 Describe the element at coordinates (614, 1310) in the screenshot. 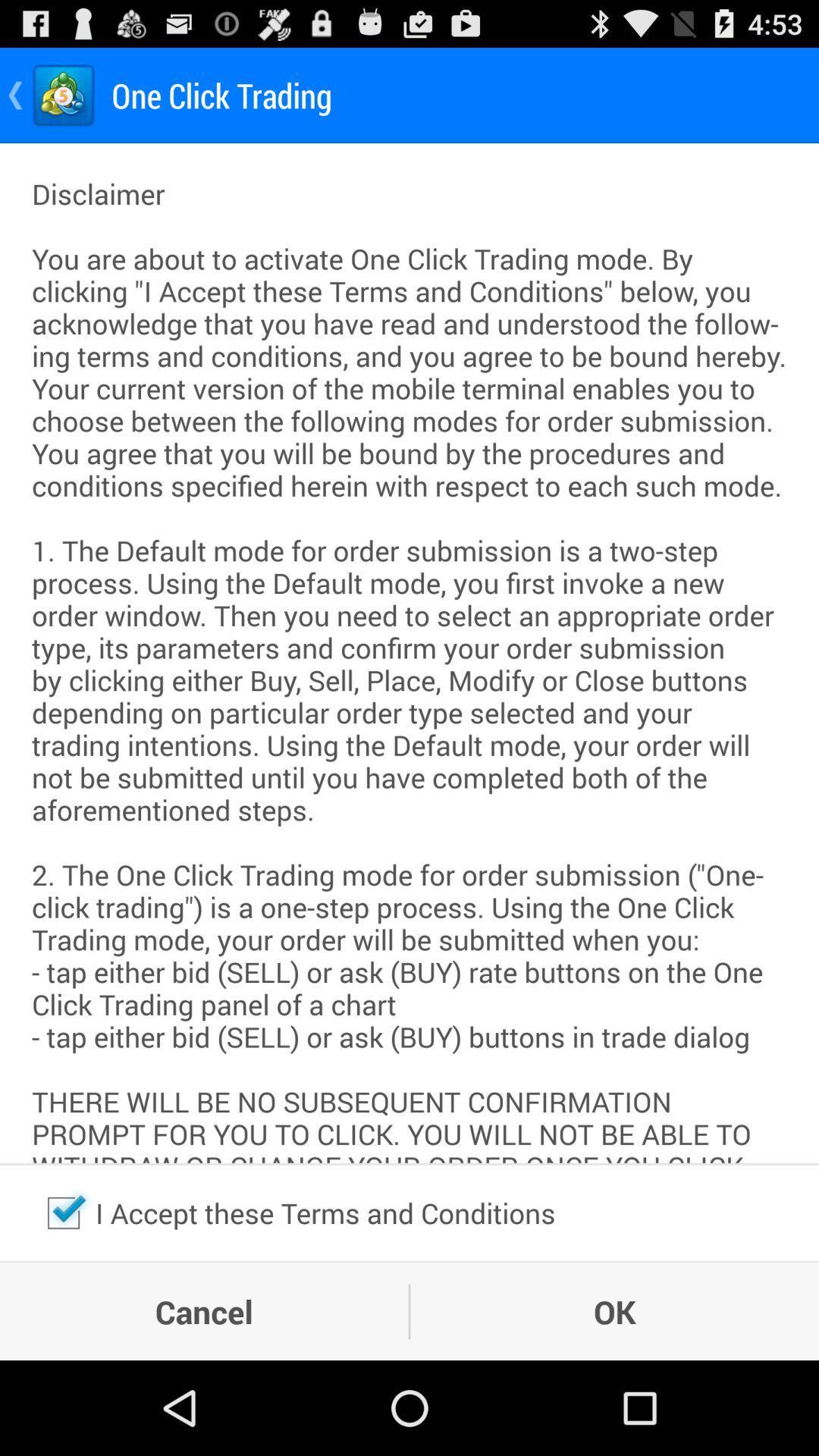

I see `the ok item` at that location.